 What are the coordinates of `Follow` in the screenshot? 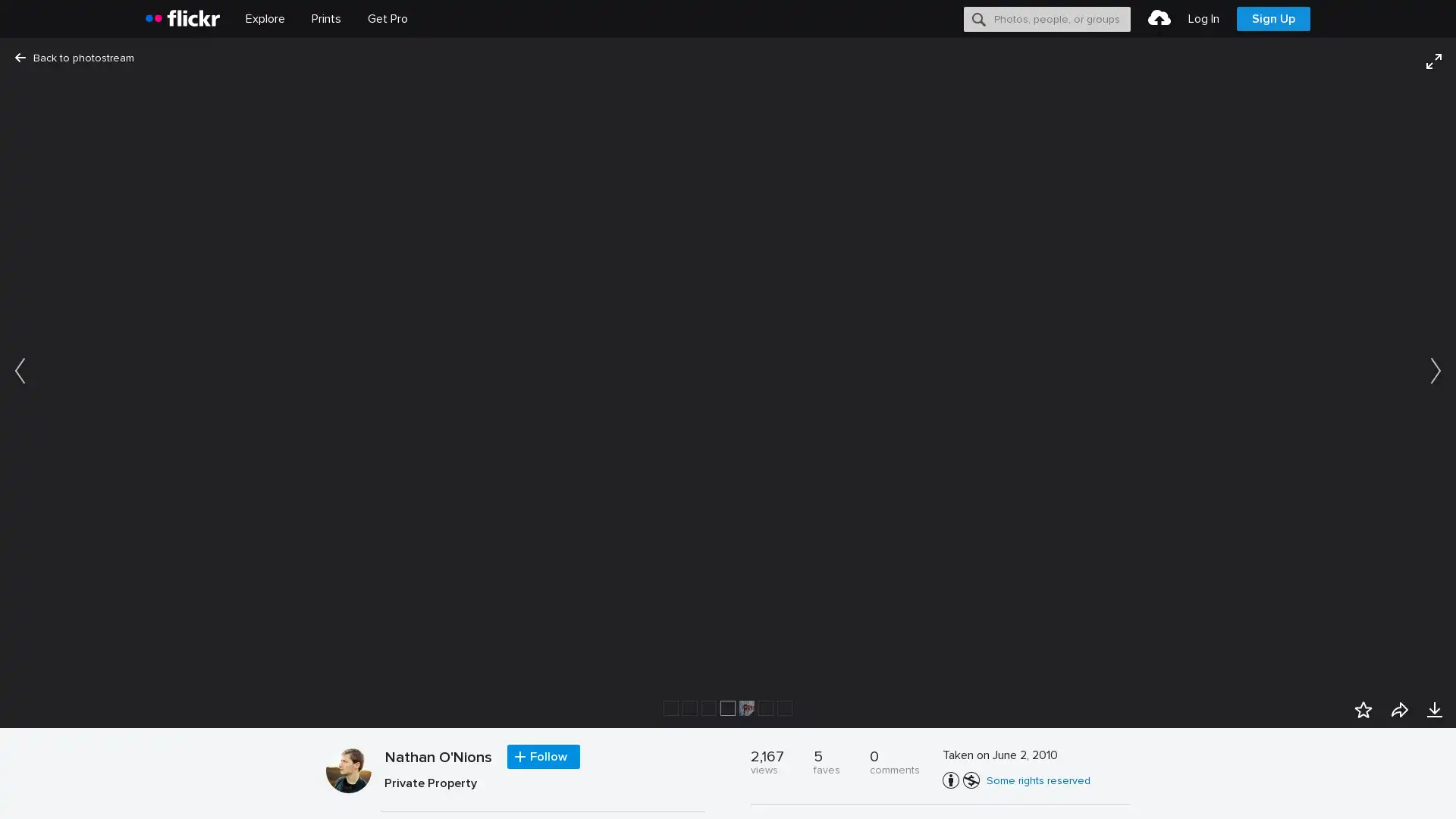 It's located at (543, 757).